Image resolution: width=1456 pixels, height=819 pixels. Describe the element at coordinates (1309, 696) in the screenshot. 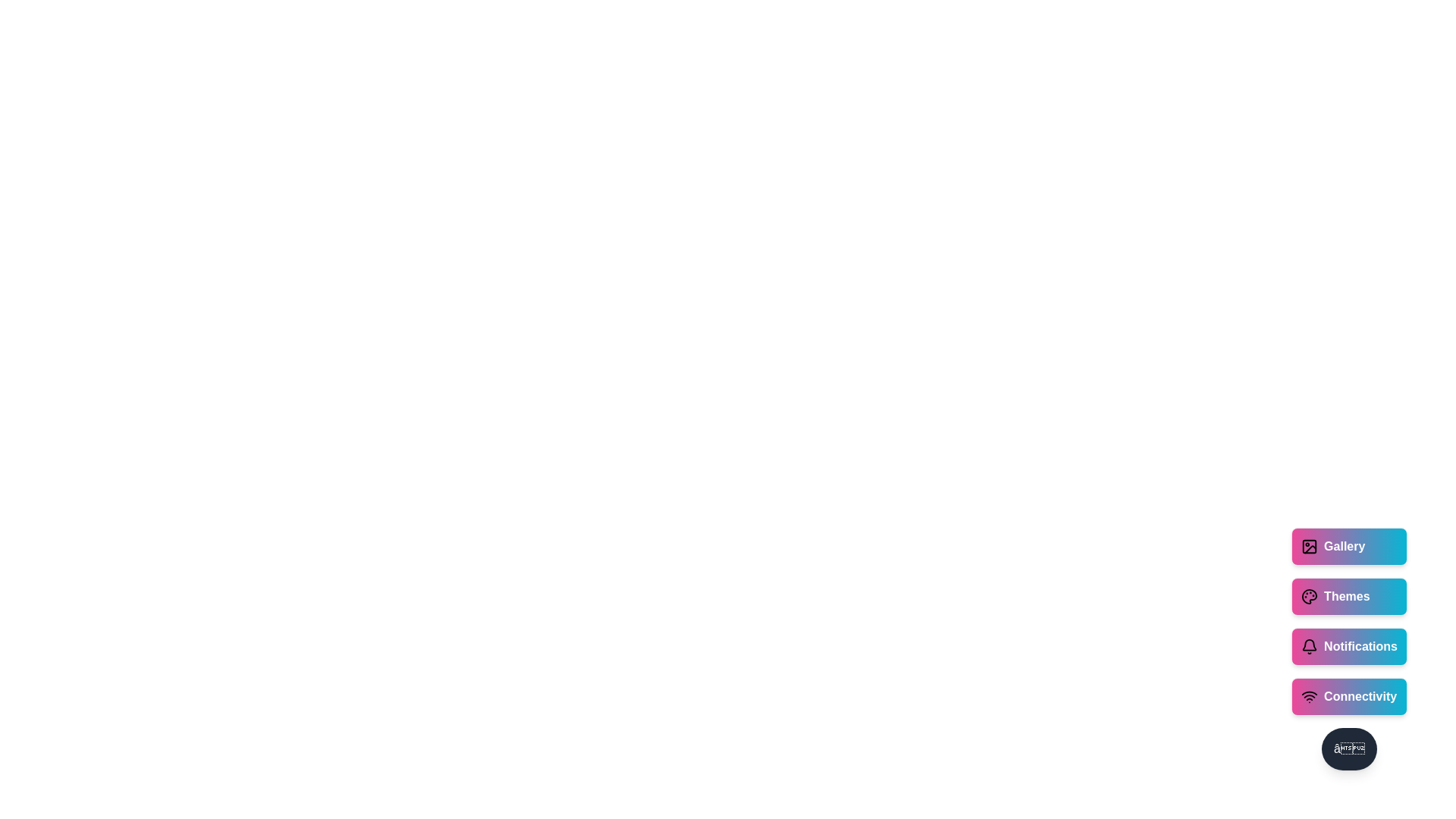

I see `the WiFi icon located at the left side of the 'Connectivity' button` at that location.